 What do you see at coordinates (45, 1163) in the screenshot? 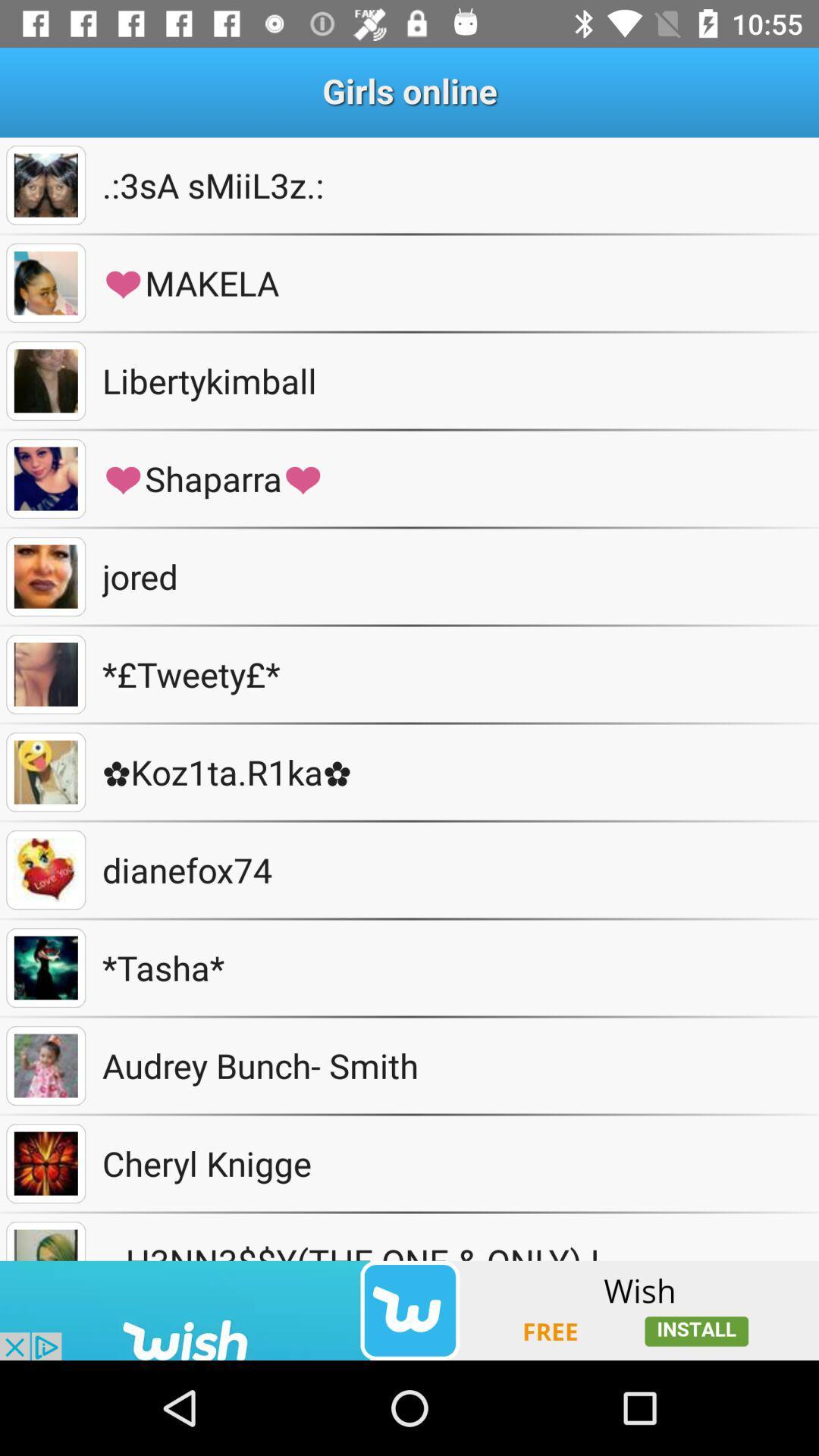
I see `cheryl knigge` at bounding box center [45, 1163].